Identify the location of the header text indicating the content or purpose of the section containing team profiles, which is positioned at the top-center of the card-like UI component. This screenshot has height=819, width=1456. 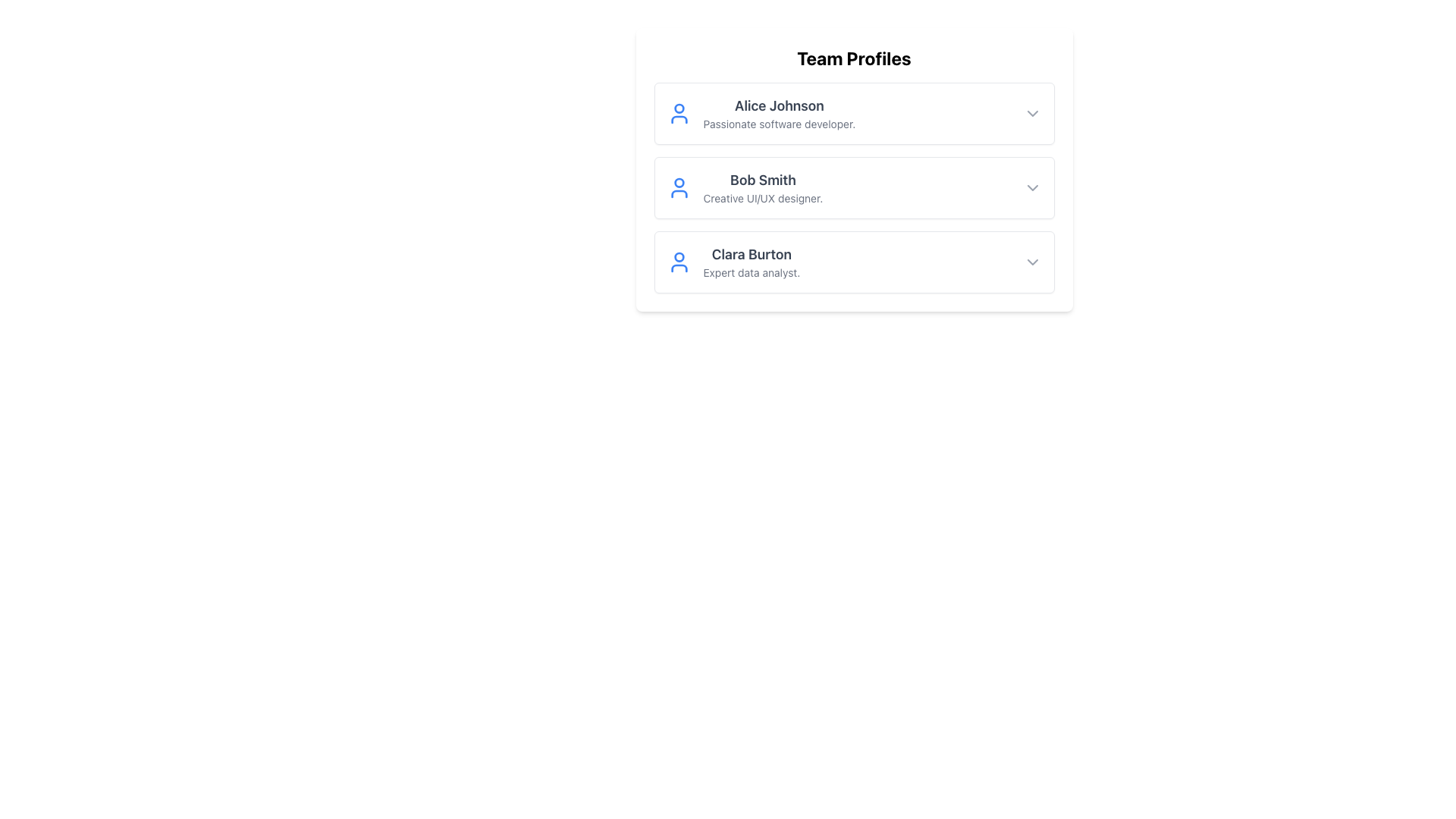
(854, 58).